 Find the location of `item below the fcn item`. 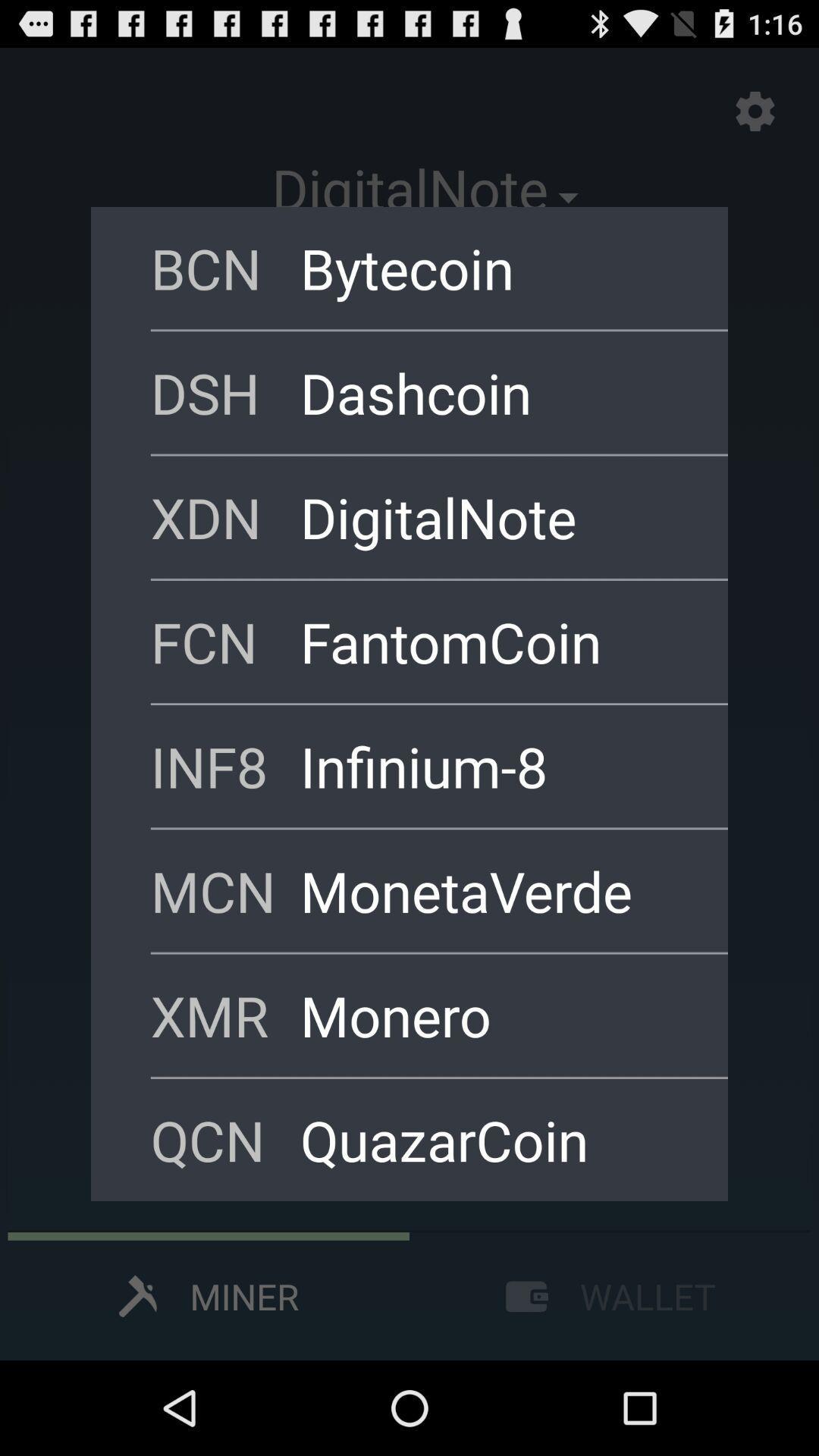

item below the fcn item is located at coordinates (494, 766).